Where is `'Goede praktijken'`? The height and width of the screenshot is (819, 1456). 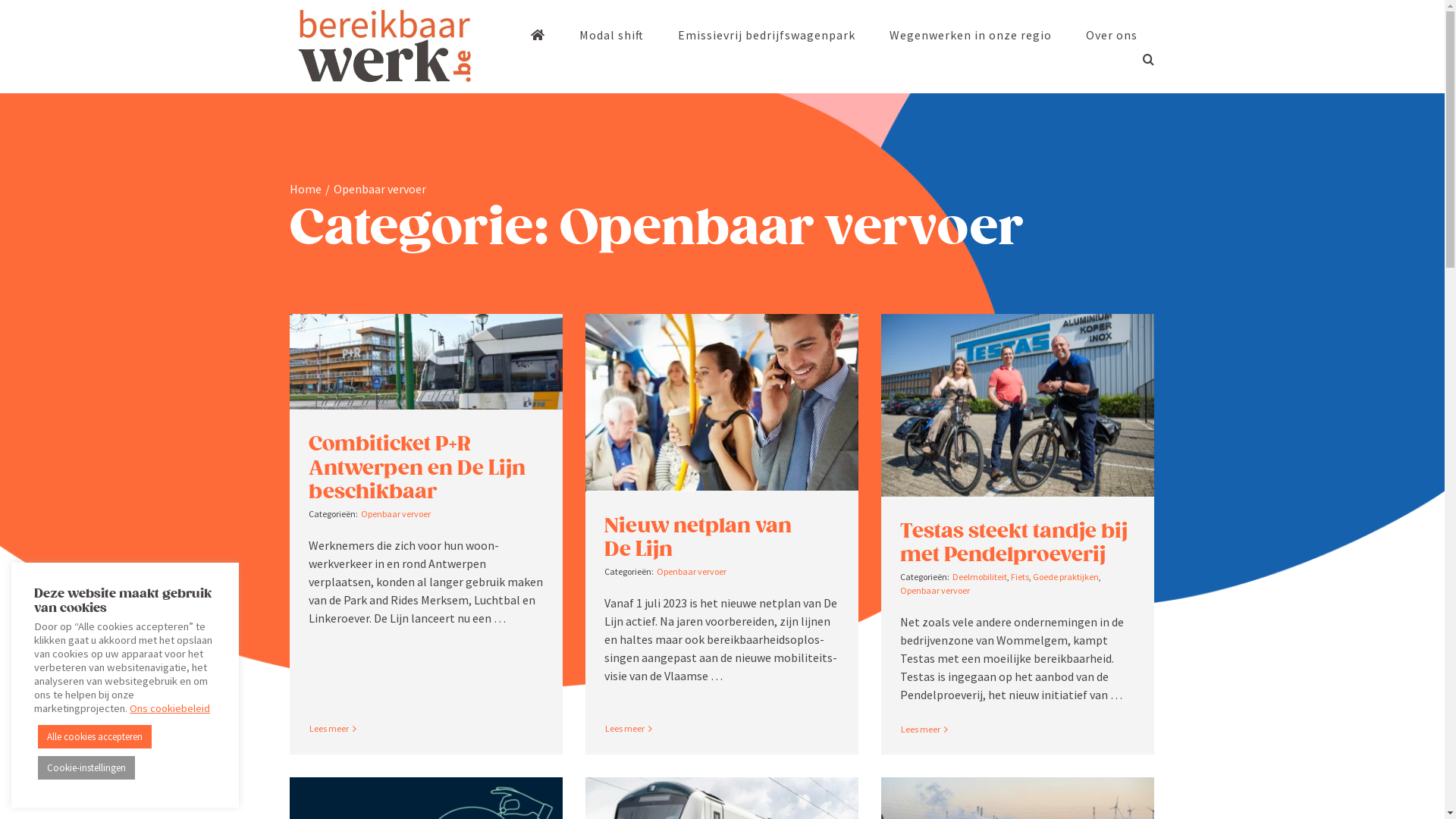
'Goede praktijken' is located at coordinates (1065, 576).